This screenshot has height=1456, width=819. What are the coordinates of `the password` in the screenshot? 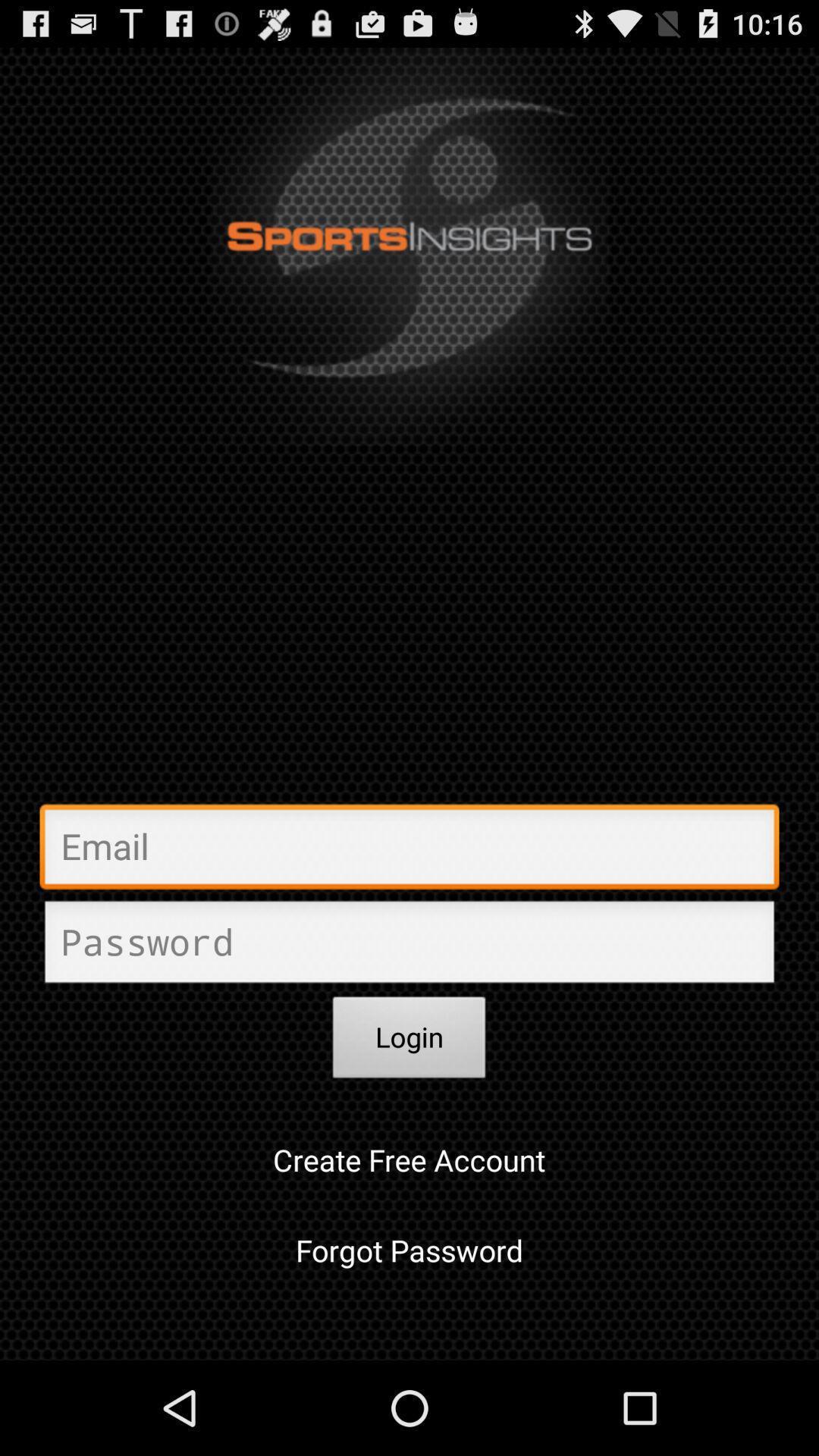 It's located at (409, 946).